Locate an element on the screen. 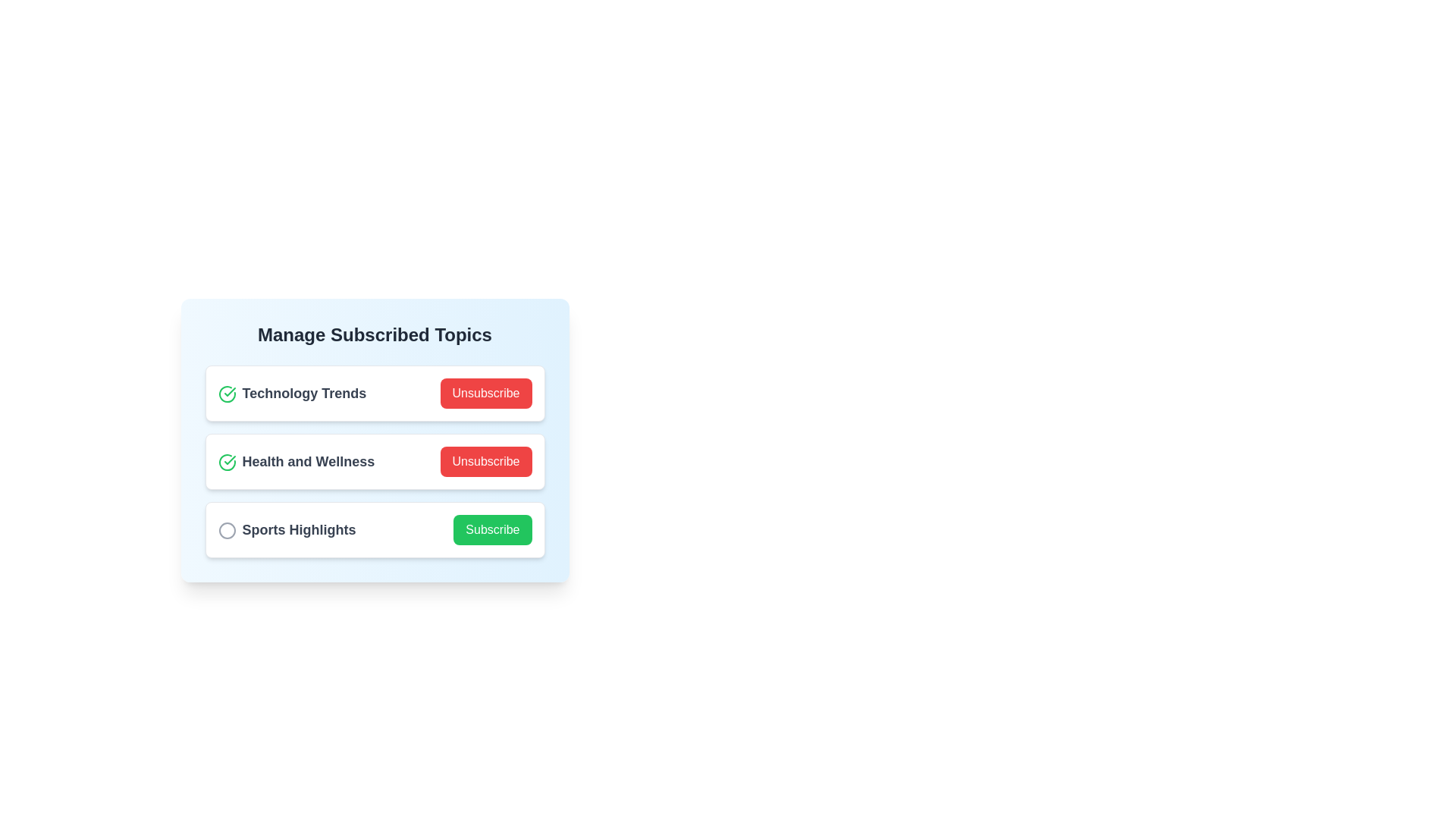 The image size is (1456, 819). the 'Subscribe' button for the 'Sports Highlights' topic is located at coordinates (492, 529).